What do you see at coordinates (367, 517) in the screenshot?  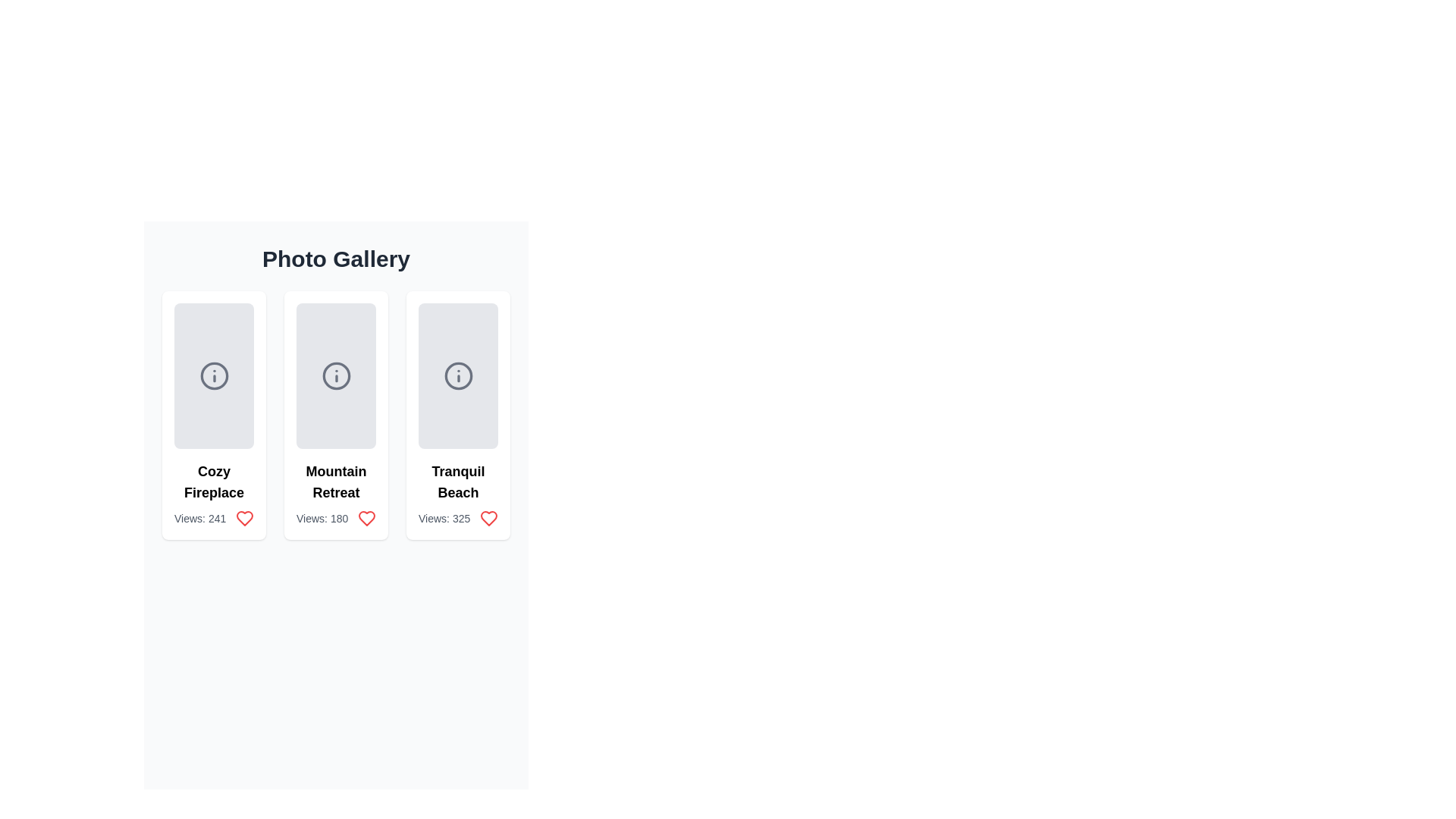 I see `the heart icon button located at the bottom right corner of the 'Mountain Retreat' card in the 'Photo Gallery'` at bounding box center [367, 517].